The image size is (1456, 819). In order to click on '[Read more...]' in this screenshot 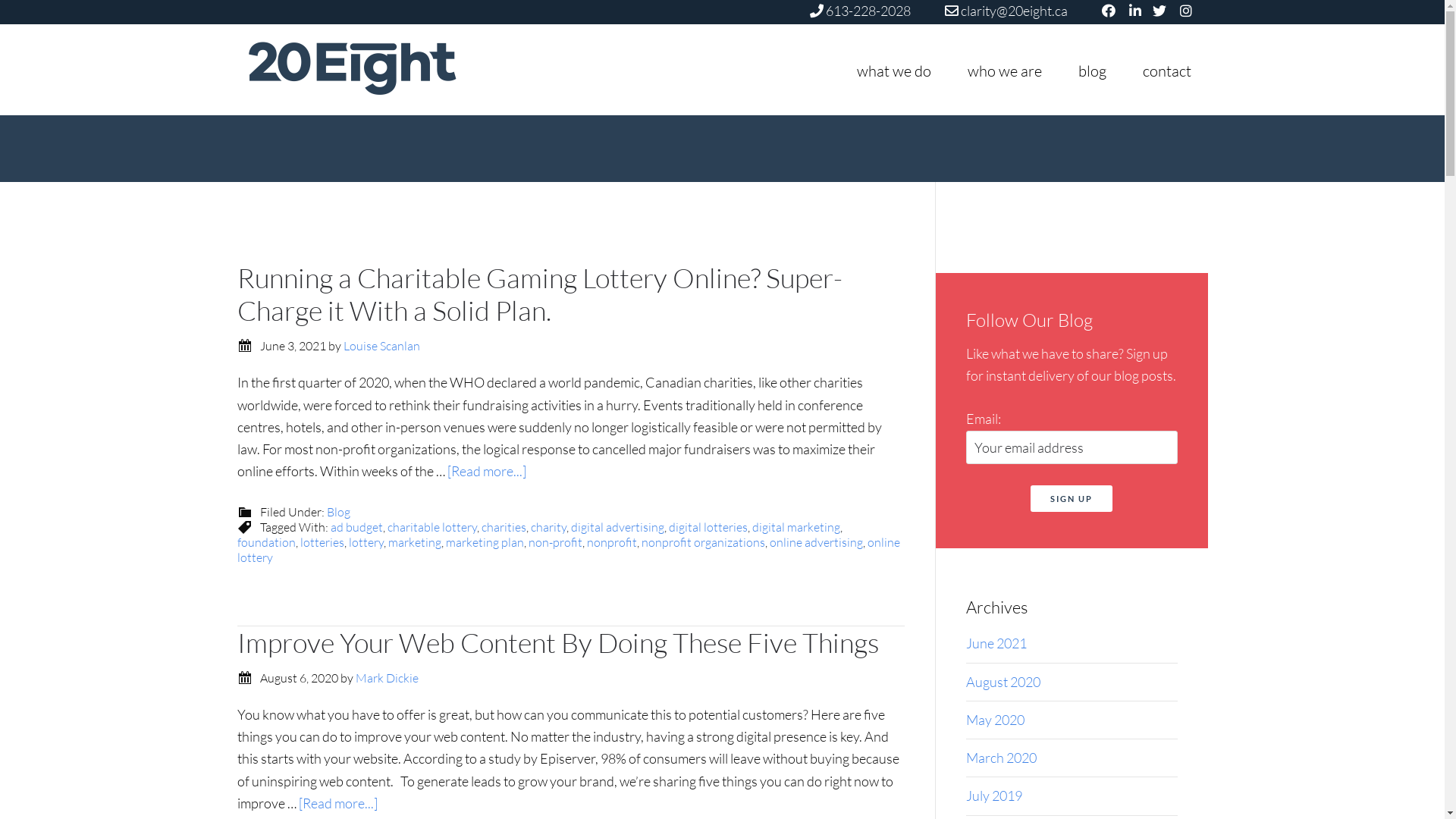, I will do `click(337, 802)`.